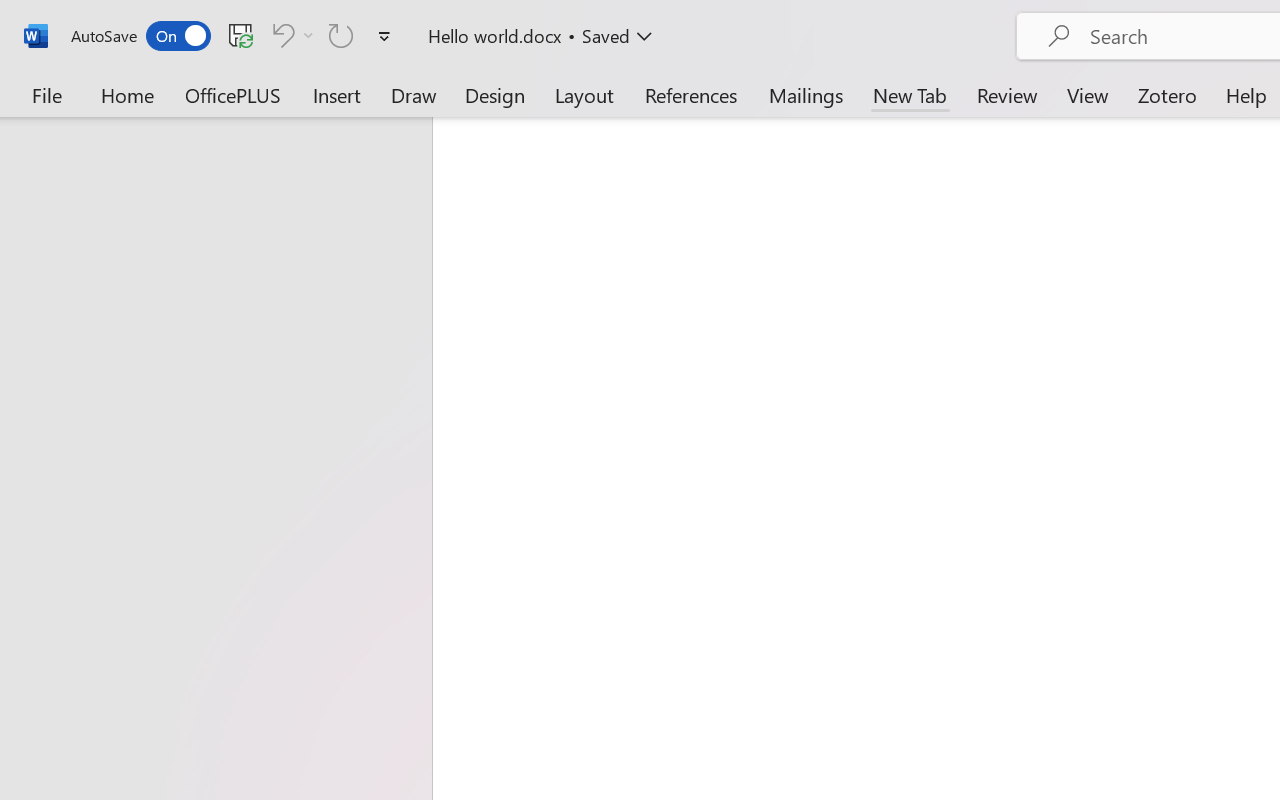 The image size is (1280, 800). What do you see at coordinates (279, 34) in the screenshot?
I see `'Can'` at bounding box center [279, 34].